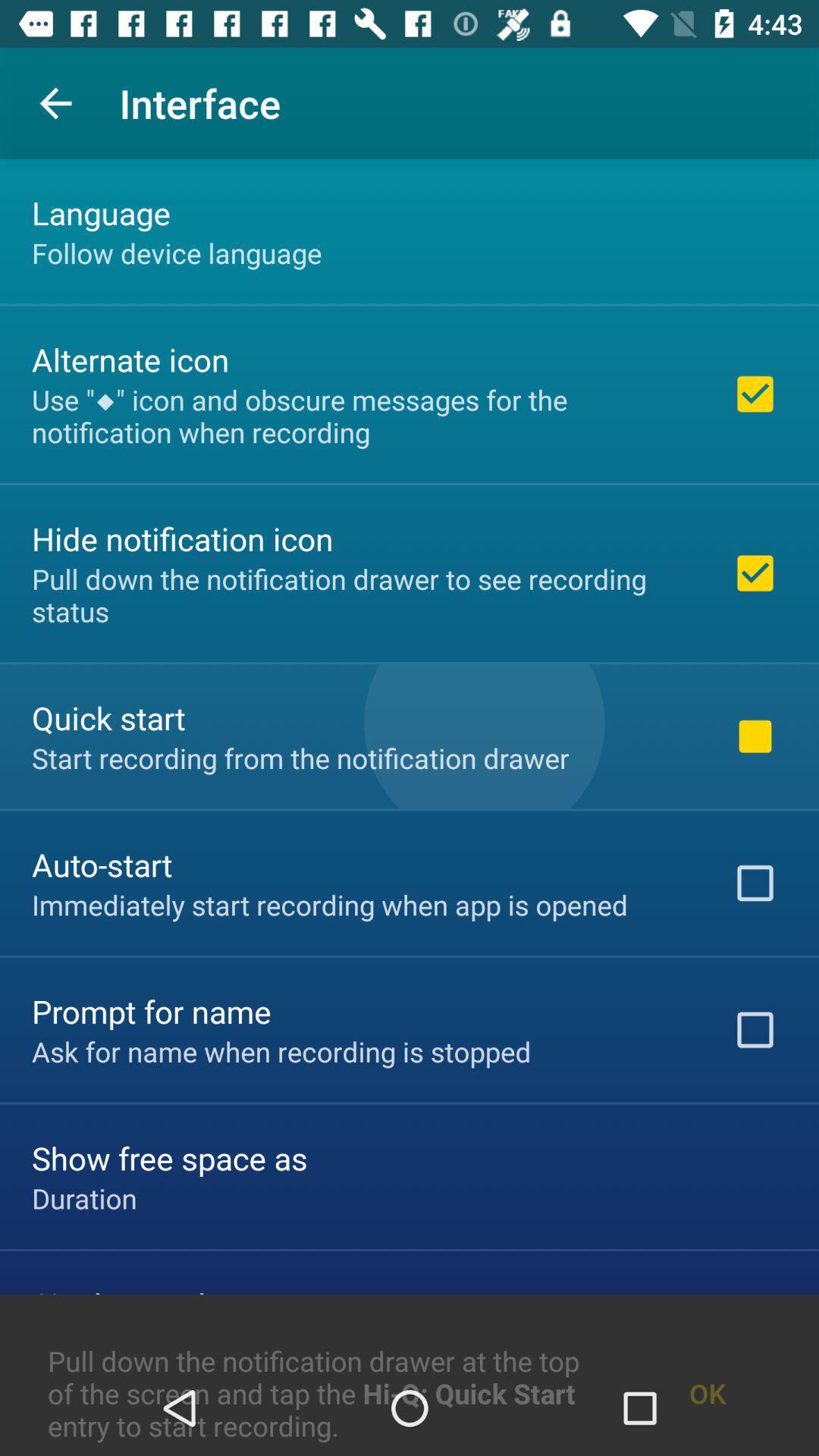 This screenshot has width=819, height=1456. Describe the element at coordinates (55, 102) in the screenshot. I see `the icon next to interface app` at that location.